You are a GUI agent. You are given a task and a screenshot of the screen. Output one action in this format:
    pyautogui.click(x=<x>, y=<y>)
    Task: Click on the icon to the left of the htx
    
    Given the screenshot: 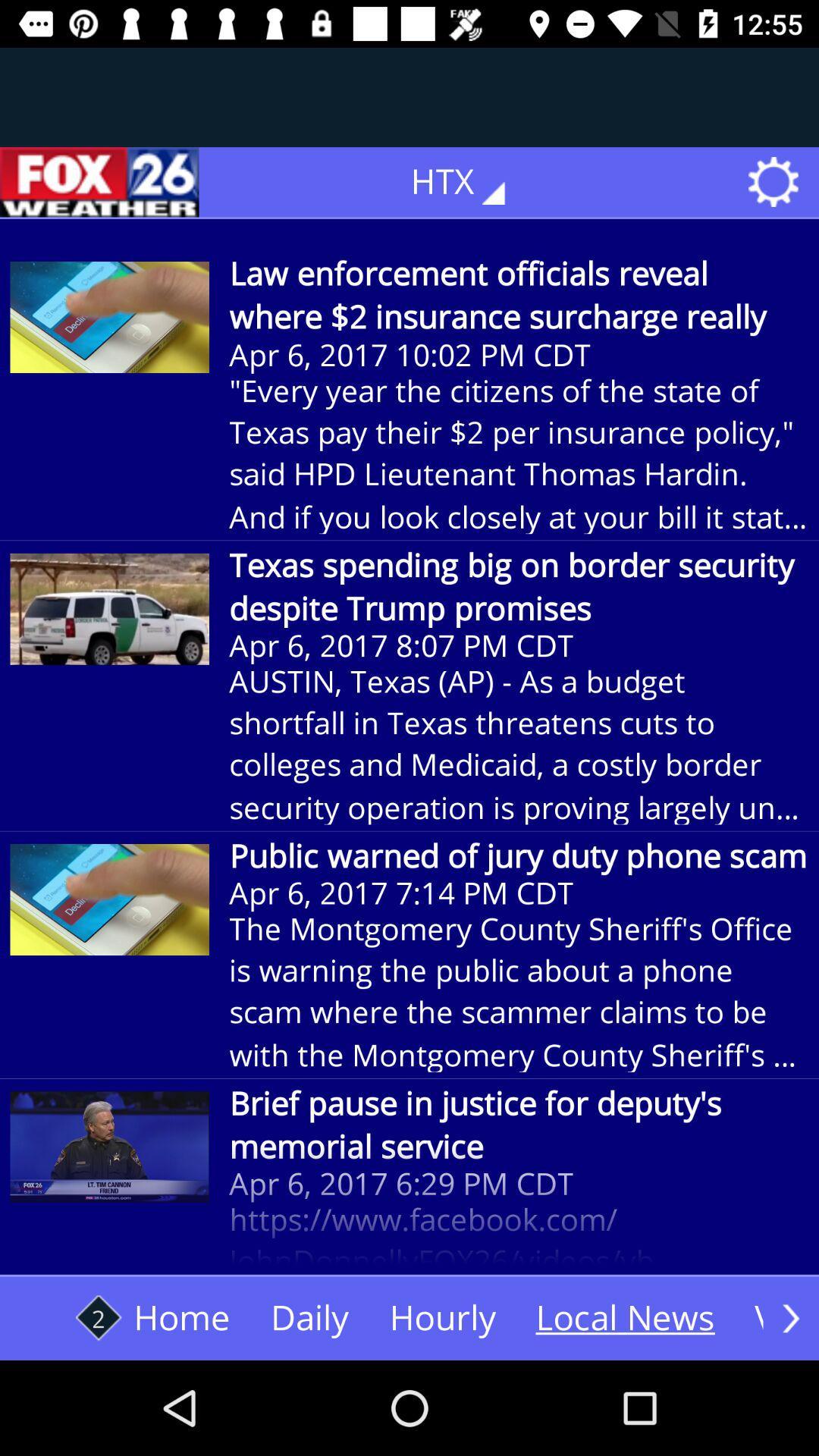 What is the action you would take?
    pyautogui.click(x=99, y=182)
    